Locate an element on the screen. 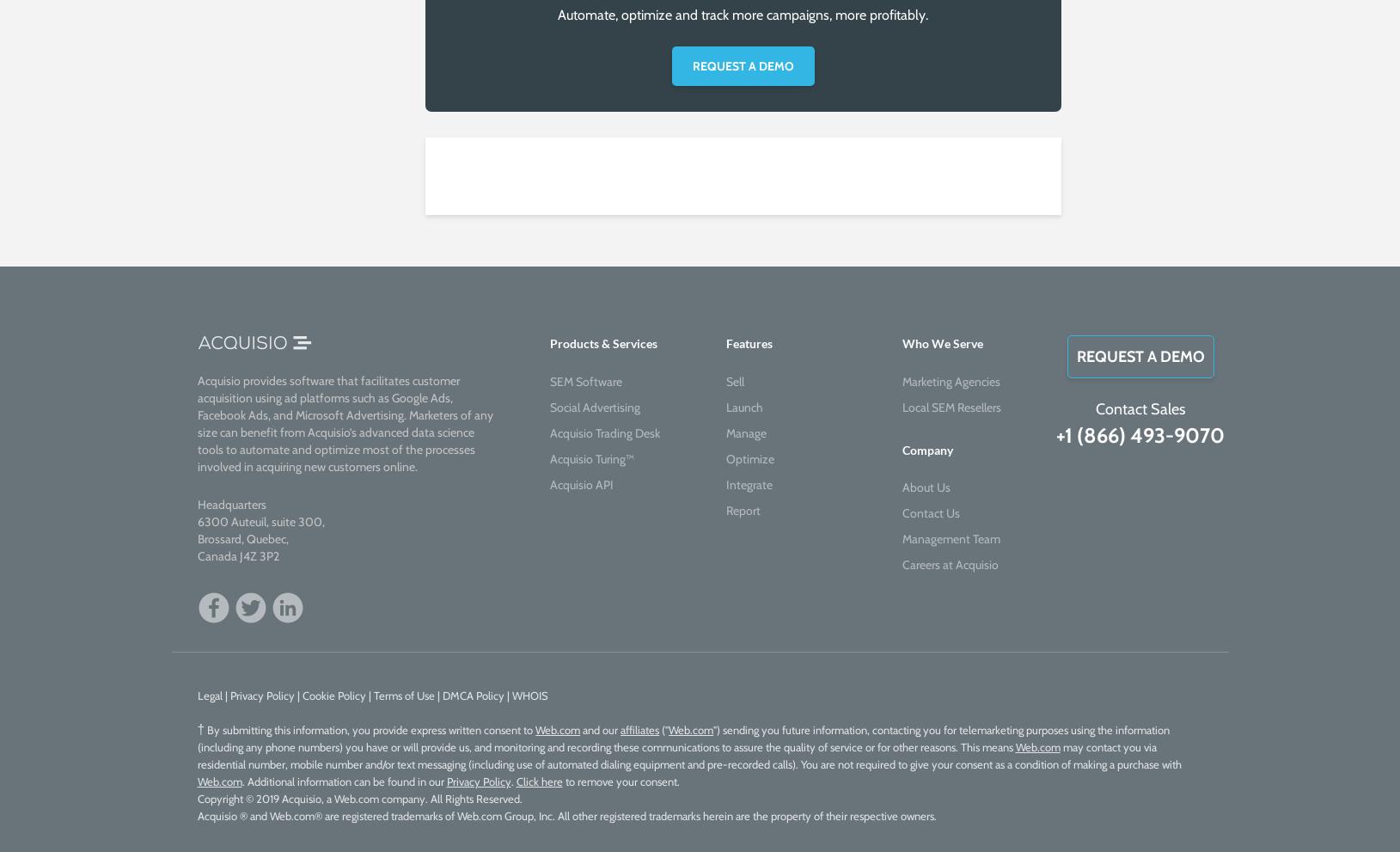  'By submitting this information, you provide express written consent to' is located at coordinates (369, 727).